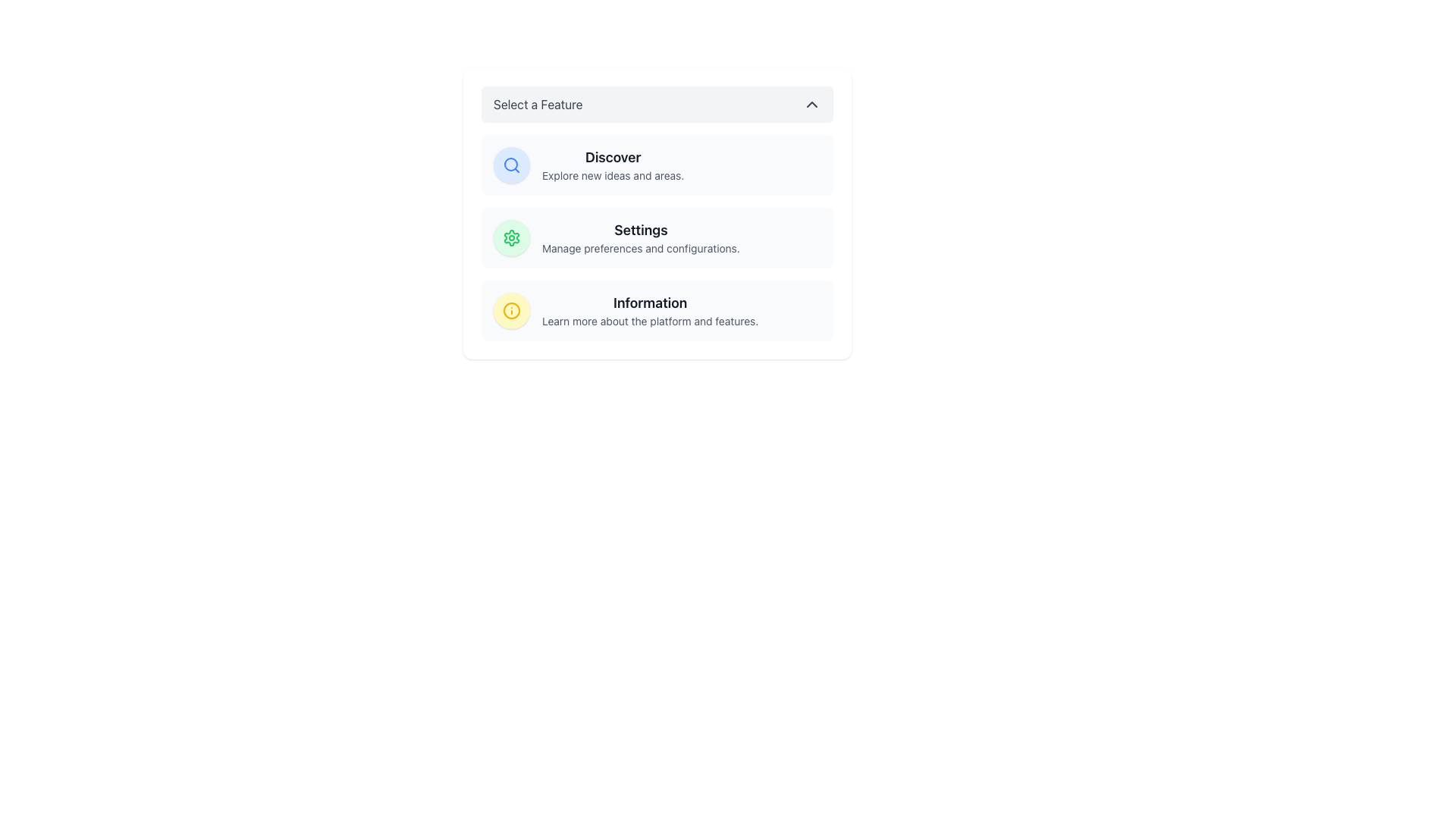  What do you see at coordinates (613, 158) in the screenshot?
I see `the 'Discover' text label, which serves as the main label for the Discover section, located below the magnifying glass icon and above the text 'Explore new ideas and areas.'` at bounding box center [613, 158].